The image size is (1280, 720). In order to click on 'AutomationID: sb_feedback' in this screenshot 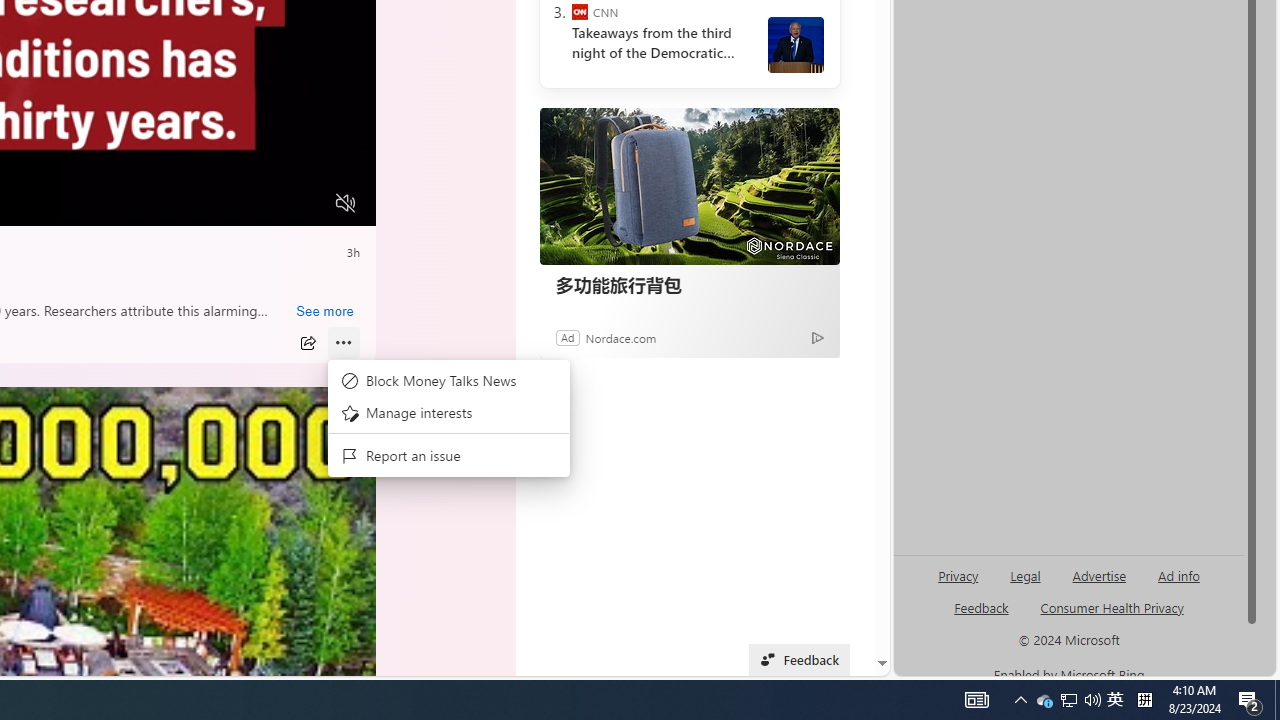, I will do `click(981, 606)`.